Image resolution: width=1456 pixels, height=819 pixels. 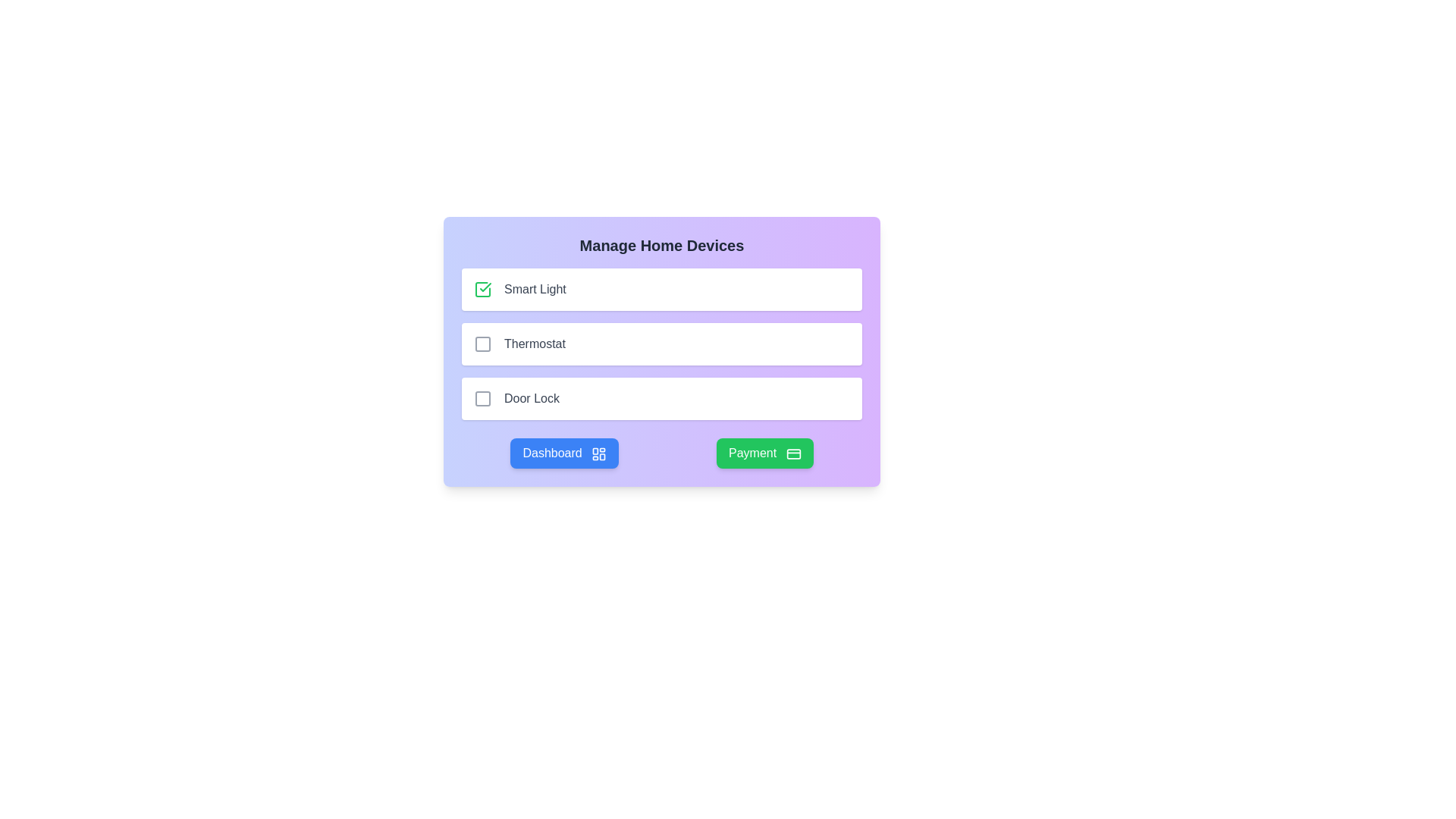 What do you see at coordinates (532, 397) in the screenshot?
I see `the 'Door Lock' label, which is styled in gray and positioned next to an interactive checkbox in the third row of the 'Manage Home Devices' section` at bounding box center [532, 397].